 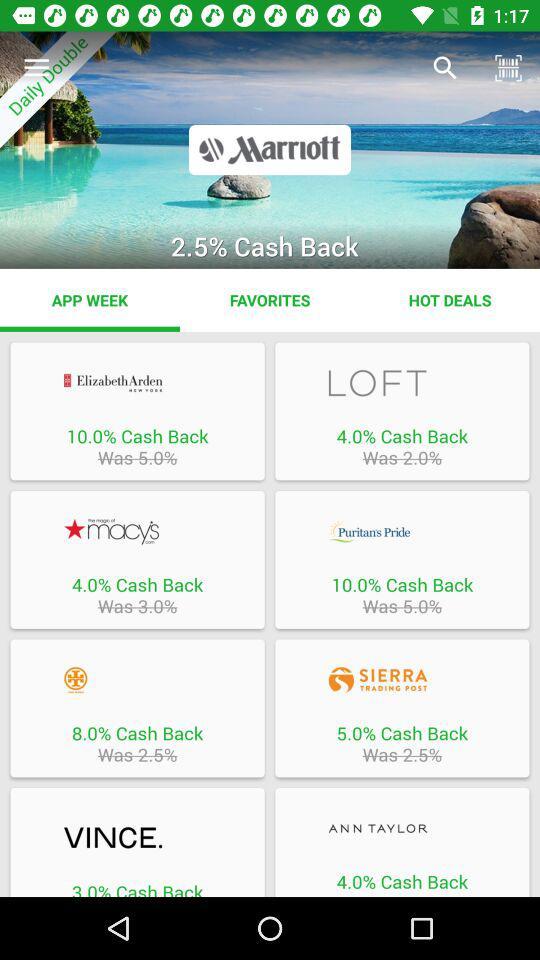 What do you see at coordinates (402, 828) in the screenshot?
I see `access website` at bounding box center [402, 828].